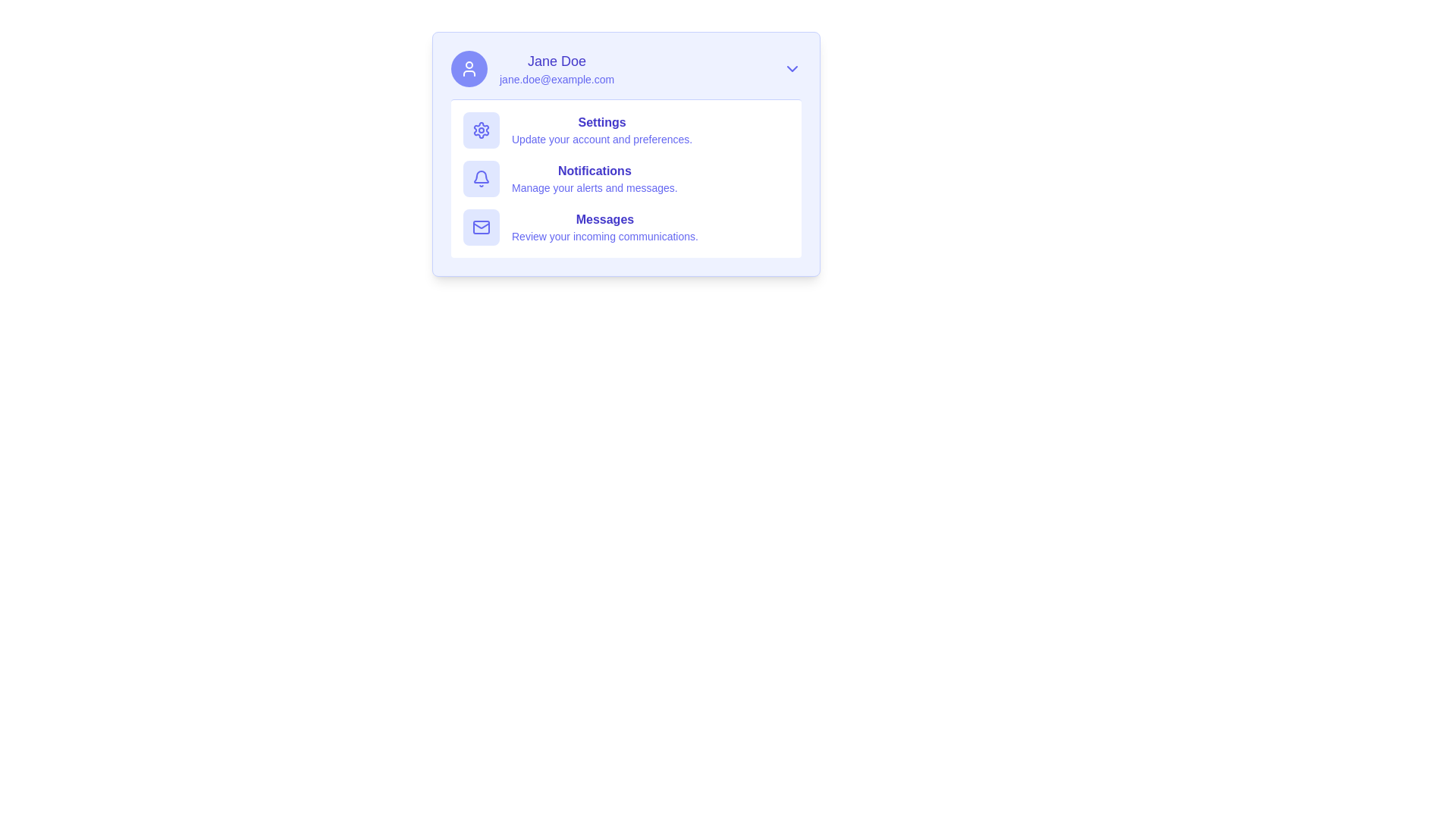  I want to click on the descriptive text that says 'Update your account and preferences.', which is styled in a smaller font size and light indigo color, located beneath the 'Settings' title, so click(601, 140).